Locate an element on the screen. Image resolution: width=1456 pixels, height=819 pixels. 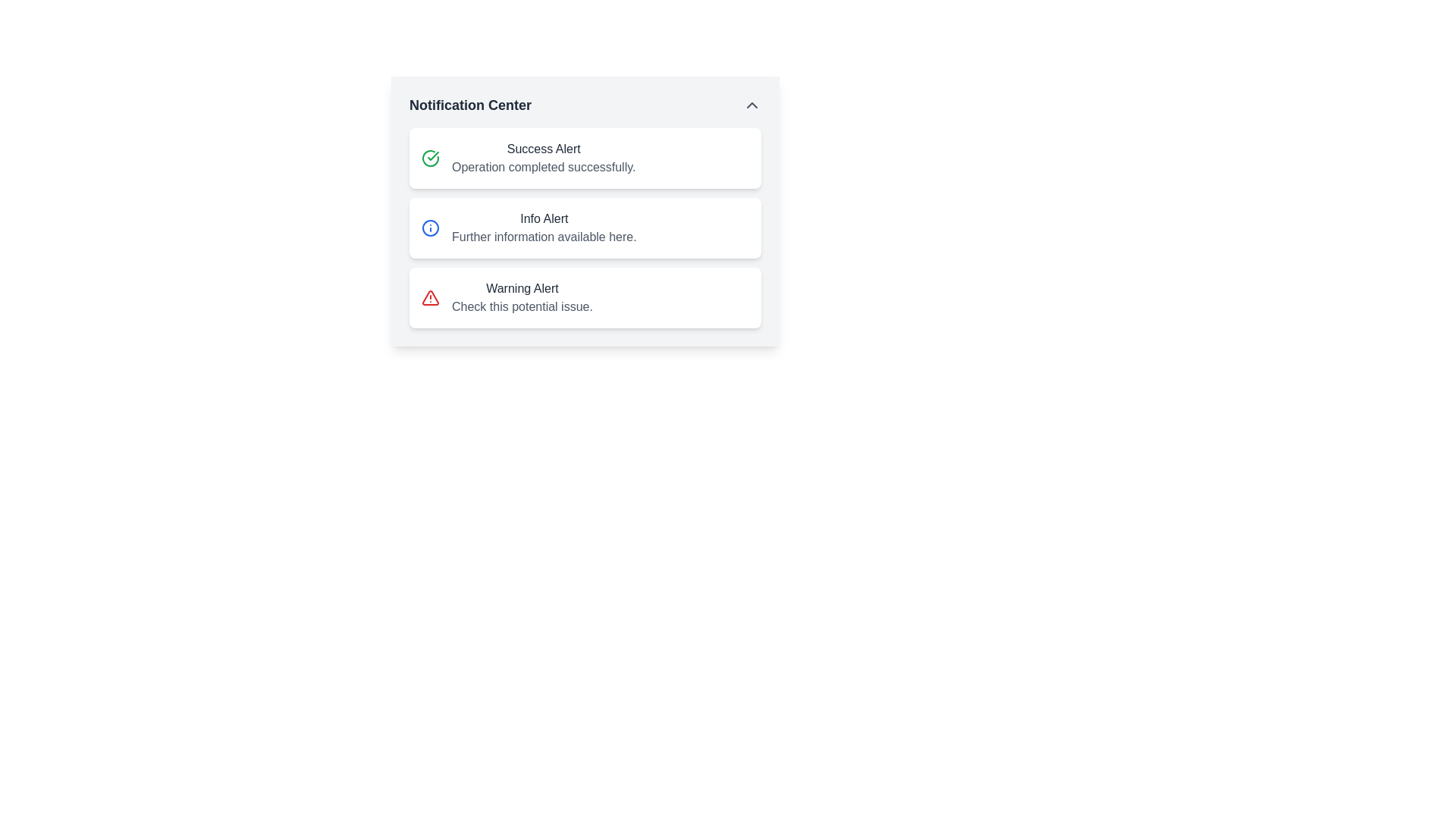
the chevron-up icon button in the header of the 'Notification Center' is located at coordinates (752, 104).